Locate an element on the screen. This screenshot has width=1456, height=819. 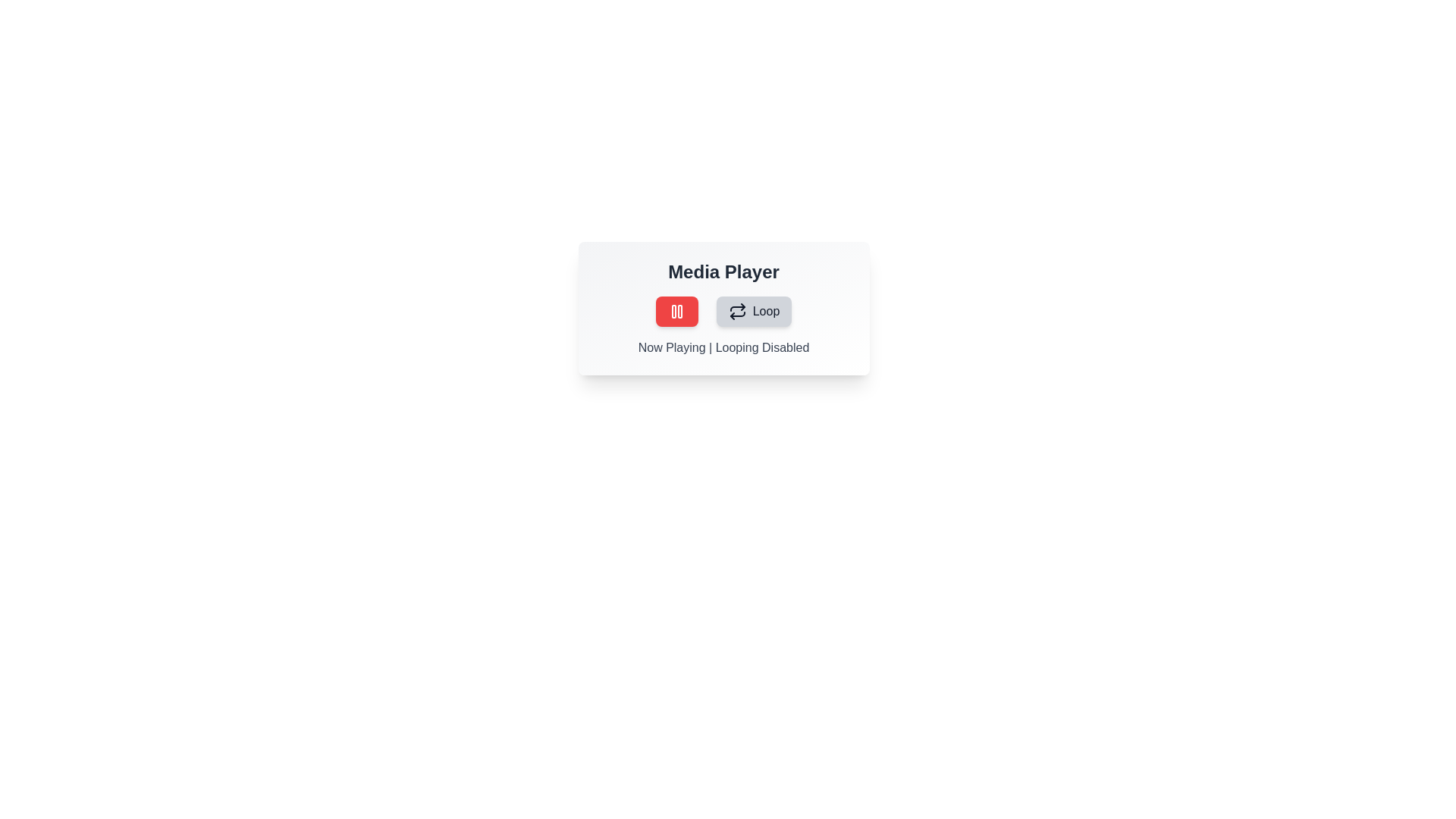
the play_button of the MediaControlToggle component is located at coordinates (676, 311).